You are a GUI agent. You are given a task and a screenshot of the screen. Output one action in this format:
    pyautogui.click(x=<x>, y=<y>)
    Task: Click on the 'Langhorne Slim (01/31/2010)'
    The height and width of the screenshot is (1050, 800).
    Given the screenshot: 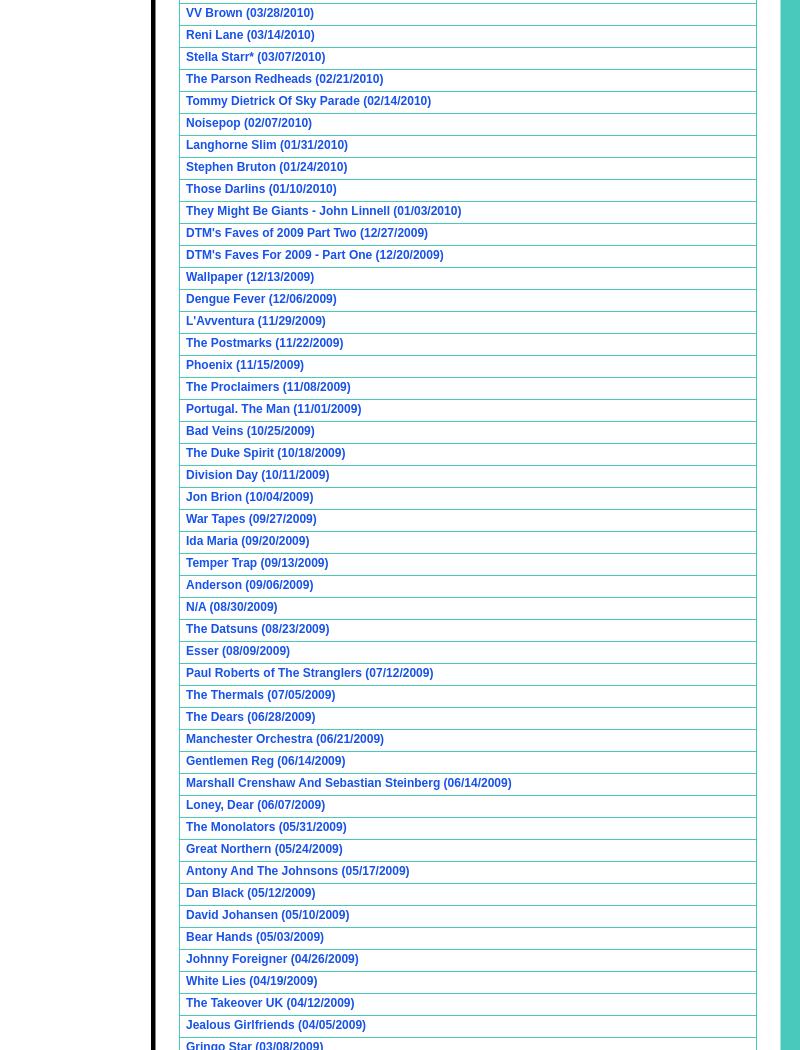 What is the action you would take?
    pyautogui.click(x=265, y=144)
    